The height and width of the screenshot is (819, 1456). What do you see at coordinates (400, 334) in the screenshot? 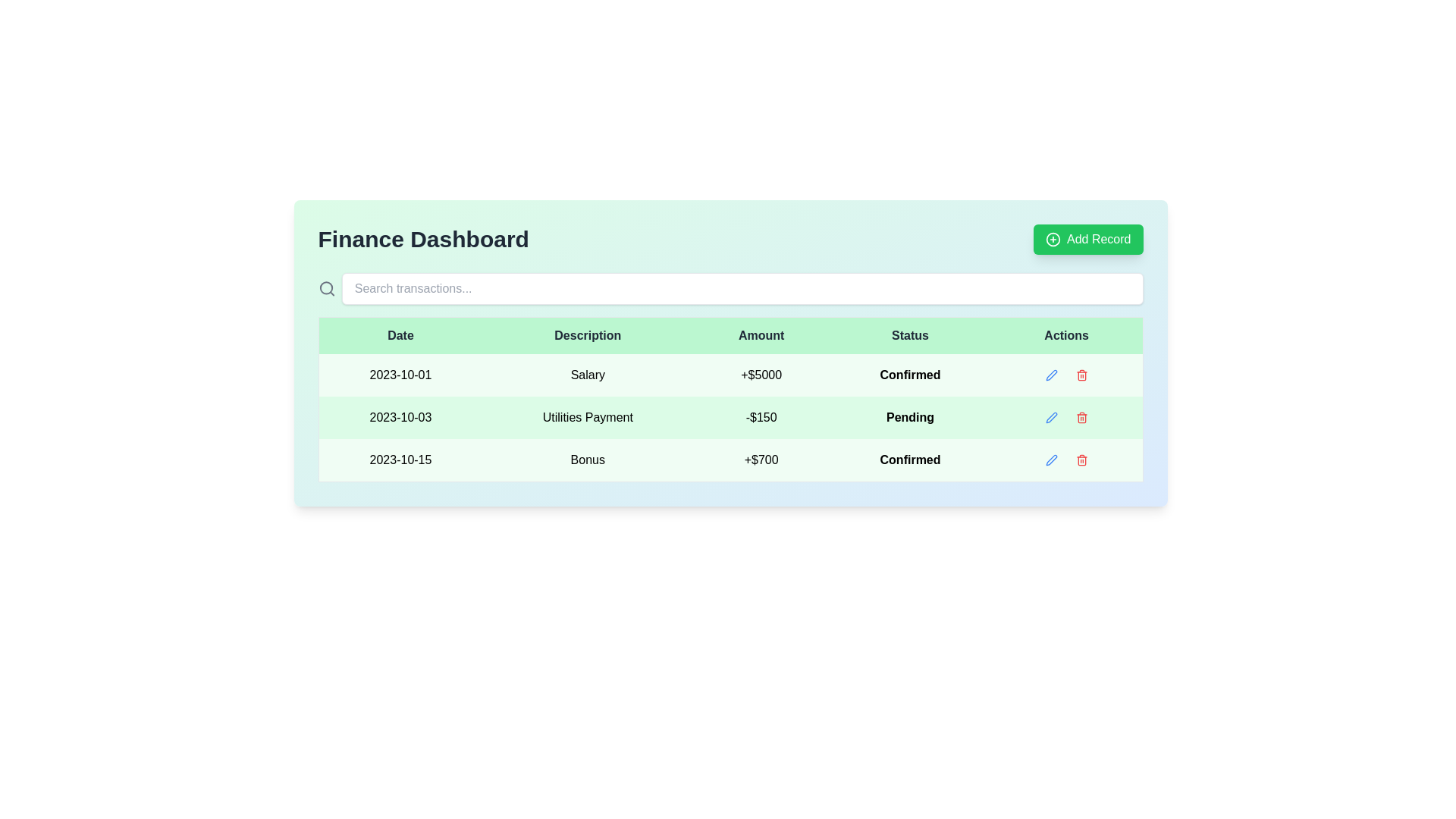
I see `the 'Date' column label text, which indicates that the data below pertains to dates` at bounding box center [400, 334].